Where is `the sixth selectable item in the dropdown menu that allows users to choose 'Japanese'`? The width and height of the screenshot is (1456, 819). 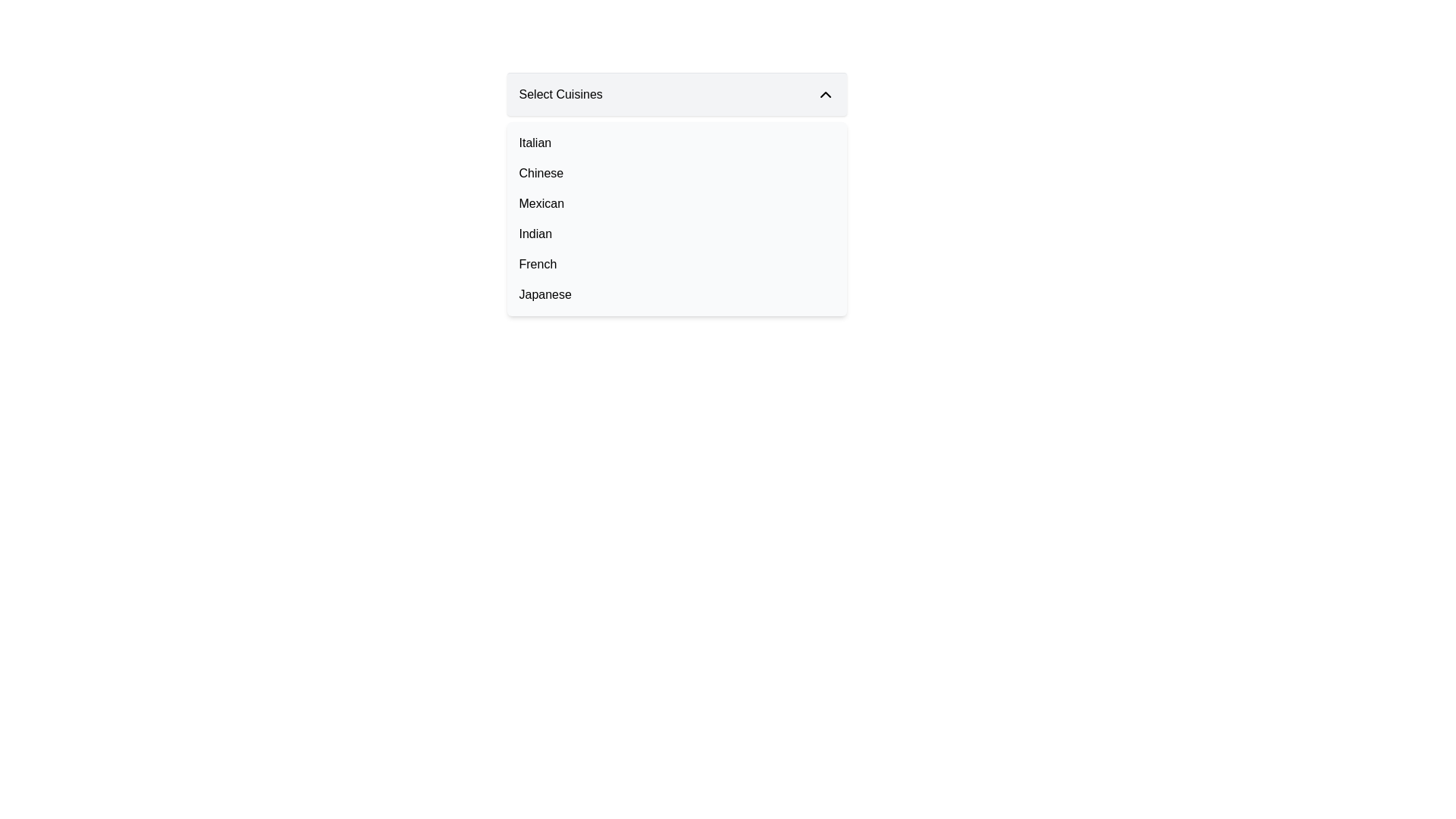
the sixth selectable item in the dropdown menu that allows users to choose 'Japanese' is located at coordinates (676, 295).